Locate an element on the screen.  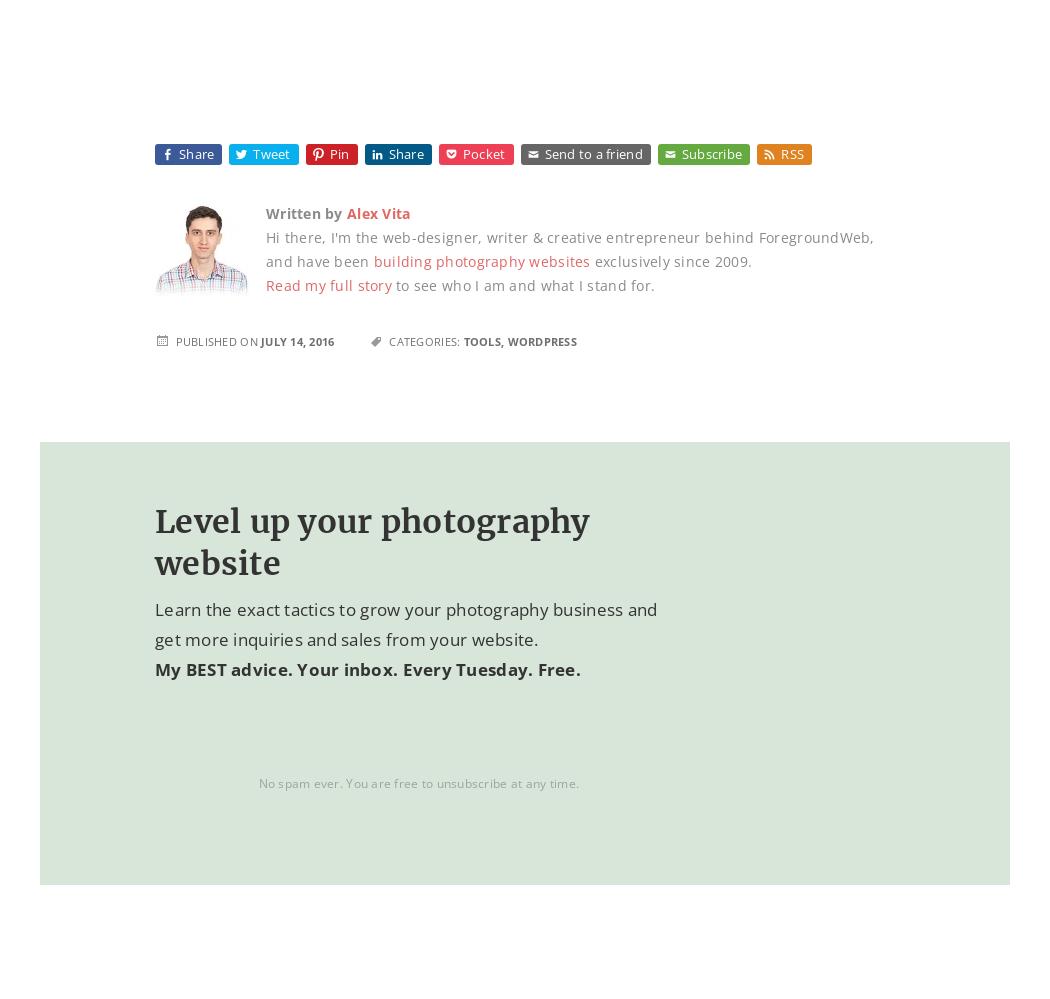
'Send to a friend' is located at coordinates (592, 154).